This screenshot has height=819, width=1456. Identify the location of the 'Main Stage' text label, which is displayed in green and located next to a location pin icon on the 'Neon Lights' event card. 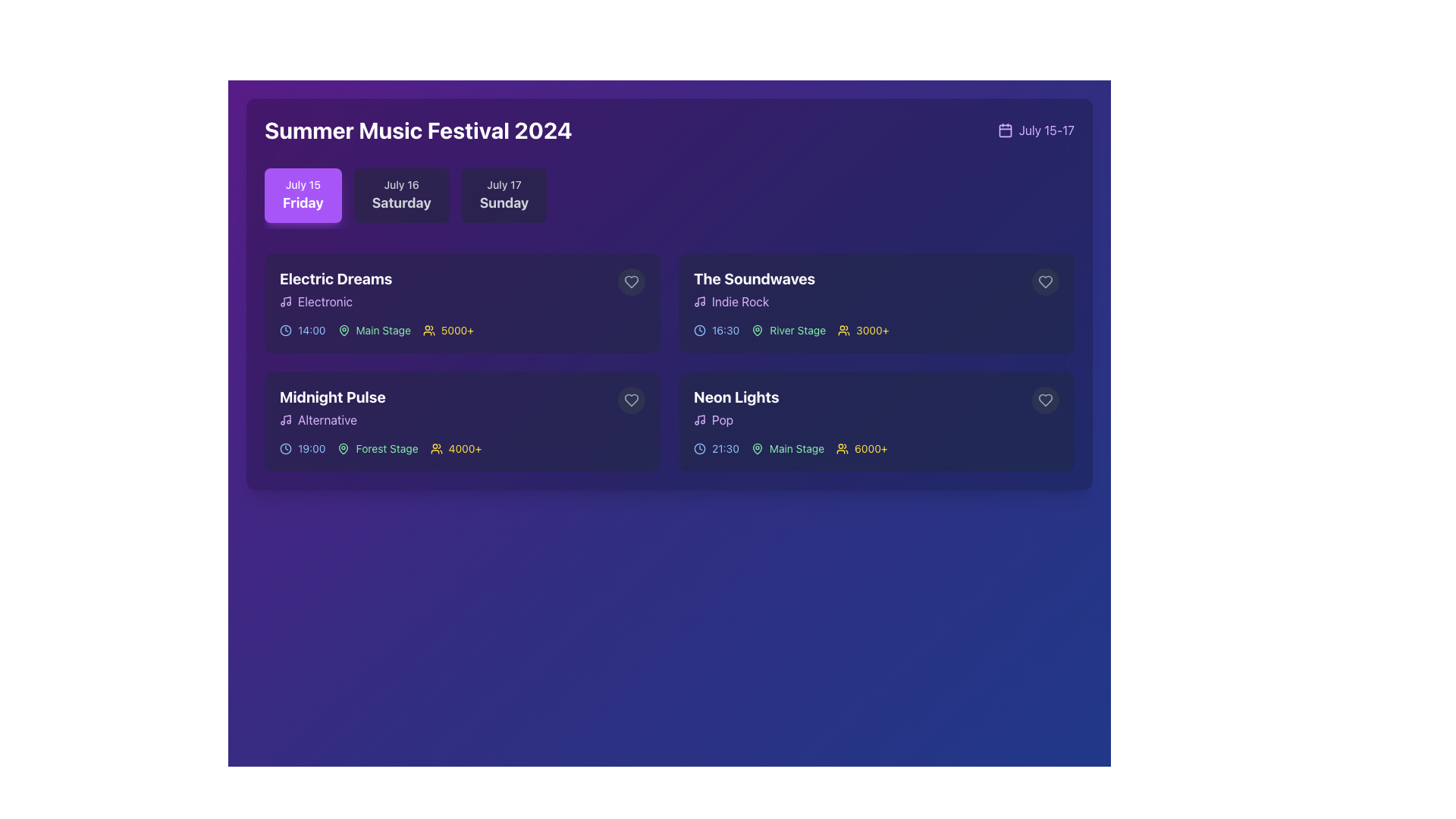
(796, 447).